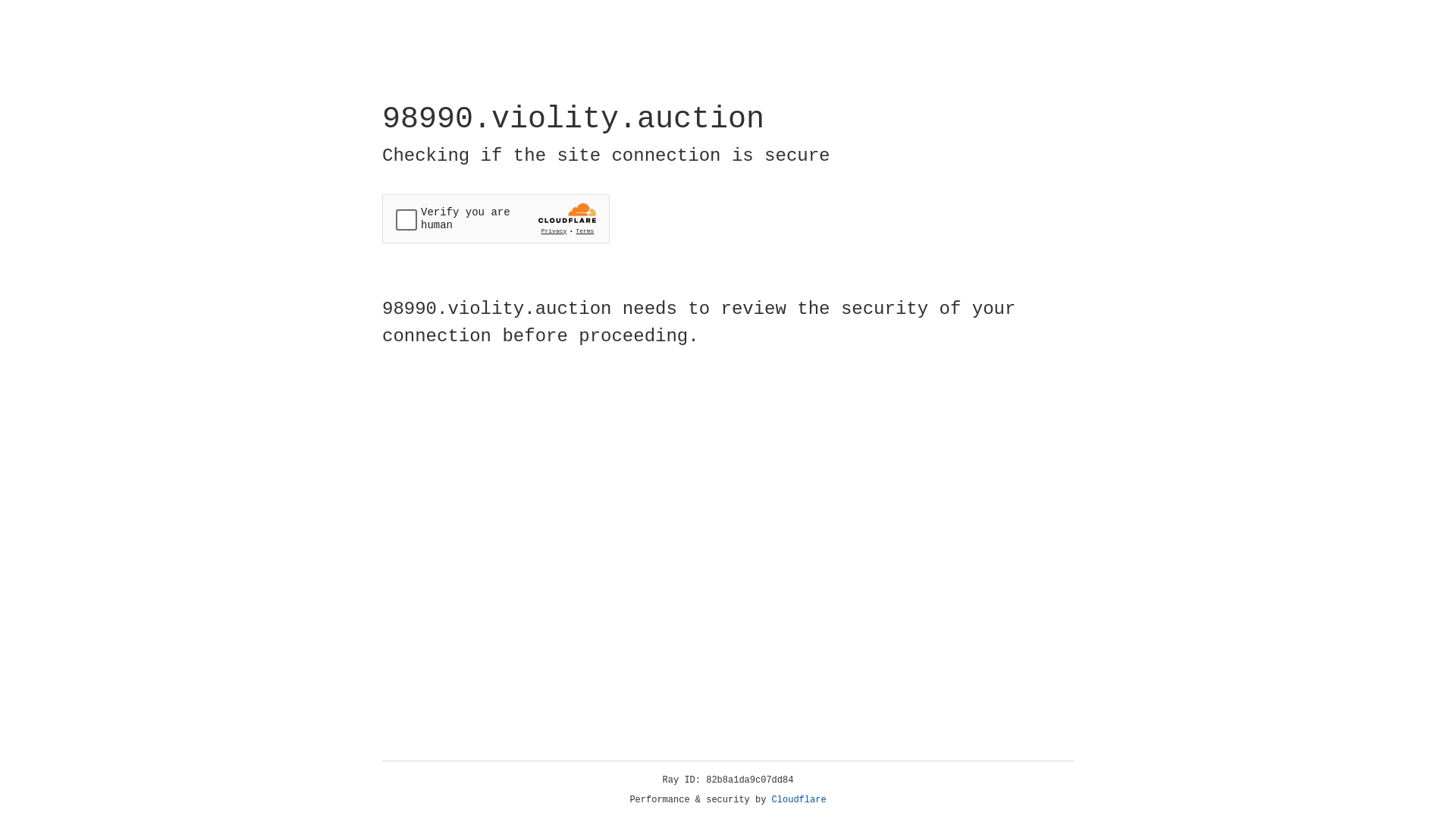  I want to click on 'Cloudflare', so click(799, 799).